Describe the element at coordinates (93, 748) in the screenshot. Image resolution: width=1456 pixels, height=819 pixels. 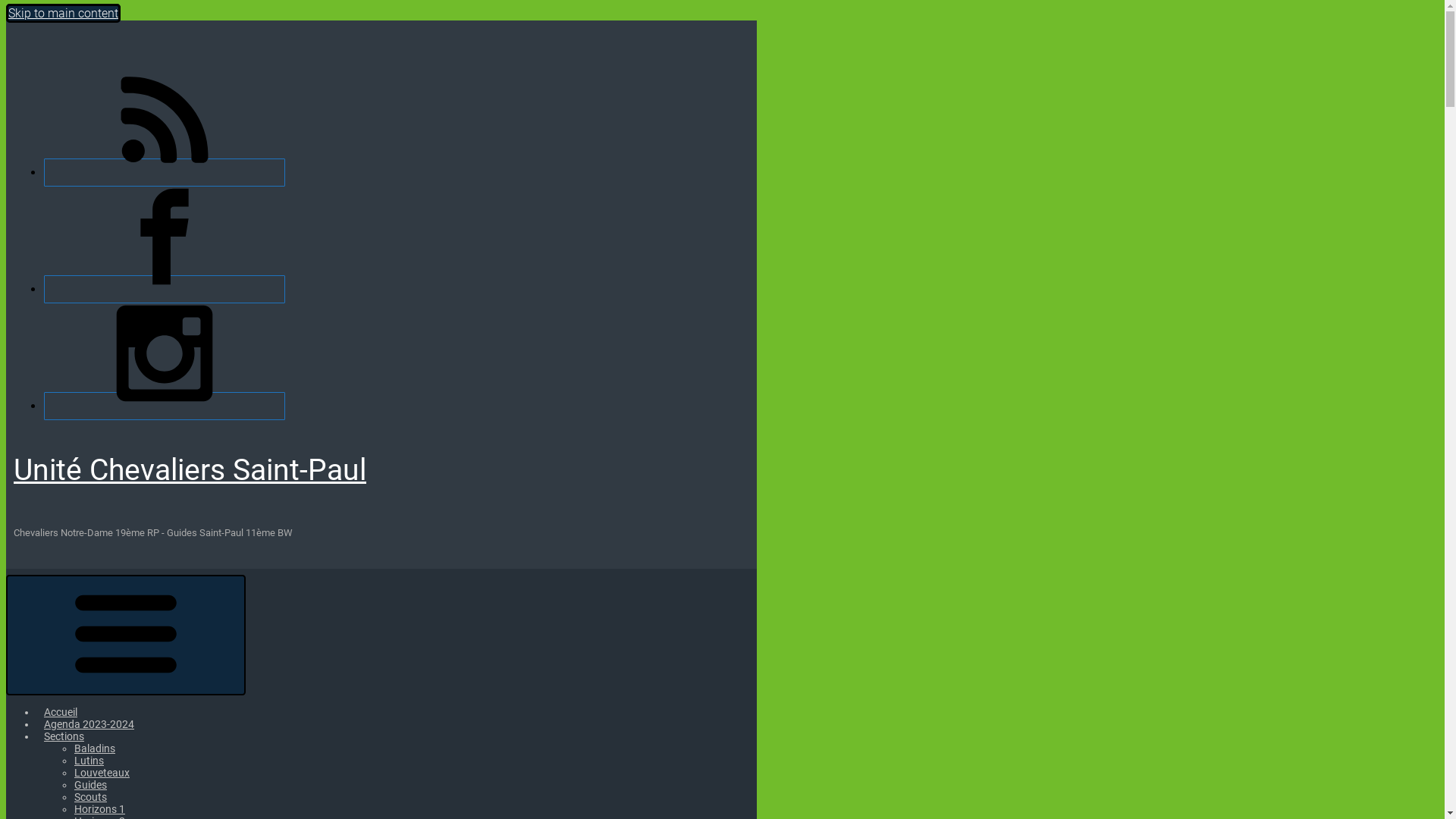
I see `'Baladins'` at that location.